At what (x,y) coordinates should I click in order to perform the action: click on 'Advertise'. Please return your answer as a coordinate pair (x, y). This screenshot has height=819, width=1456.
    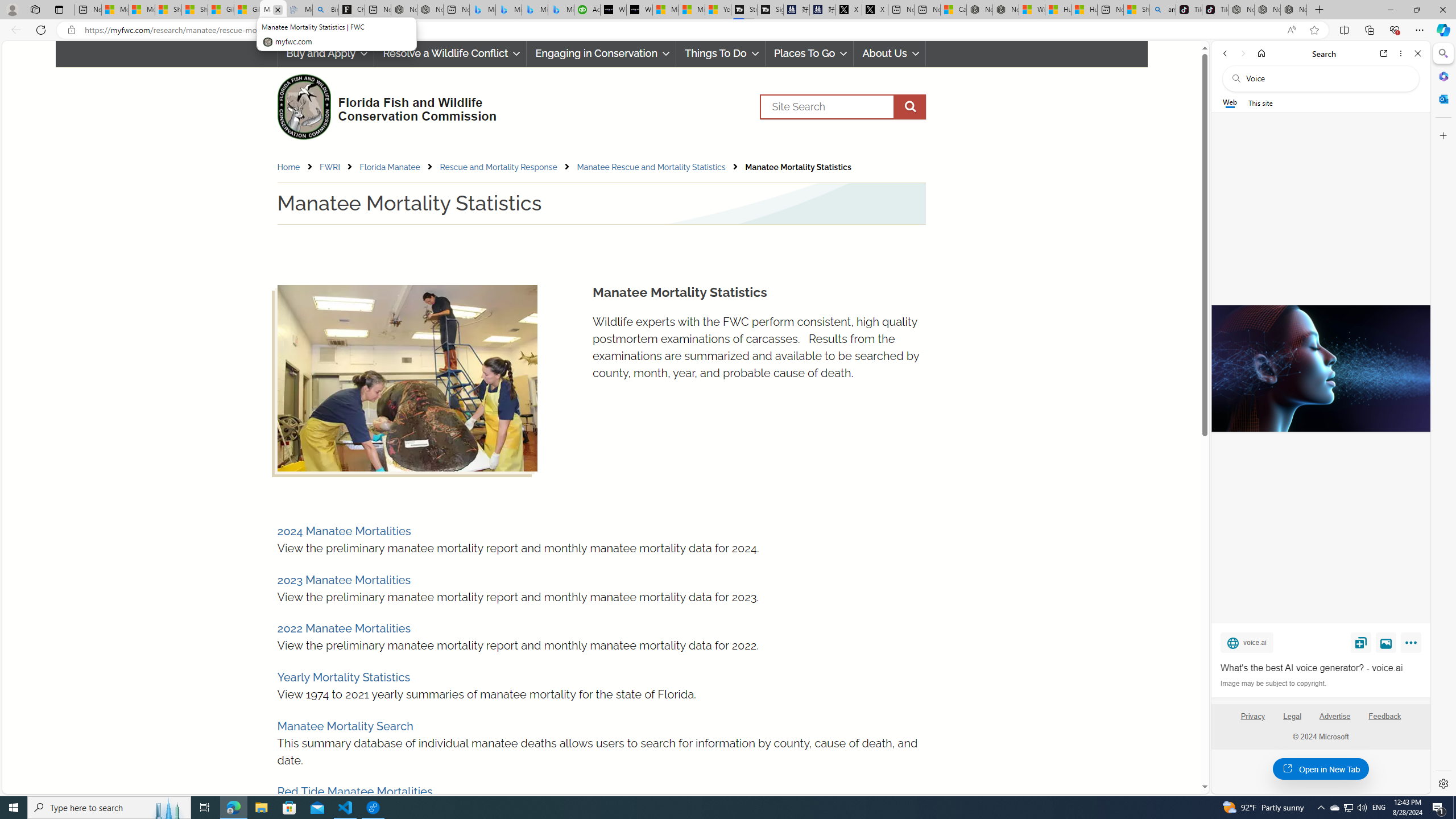
    Looking at the image, I should click on (1335, 716).